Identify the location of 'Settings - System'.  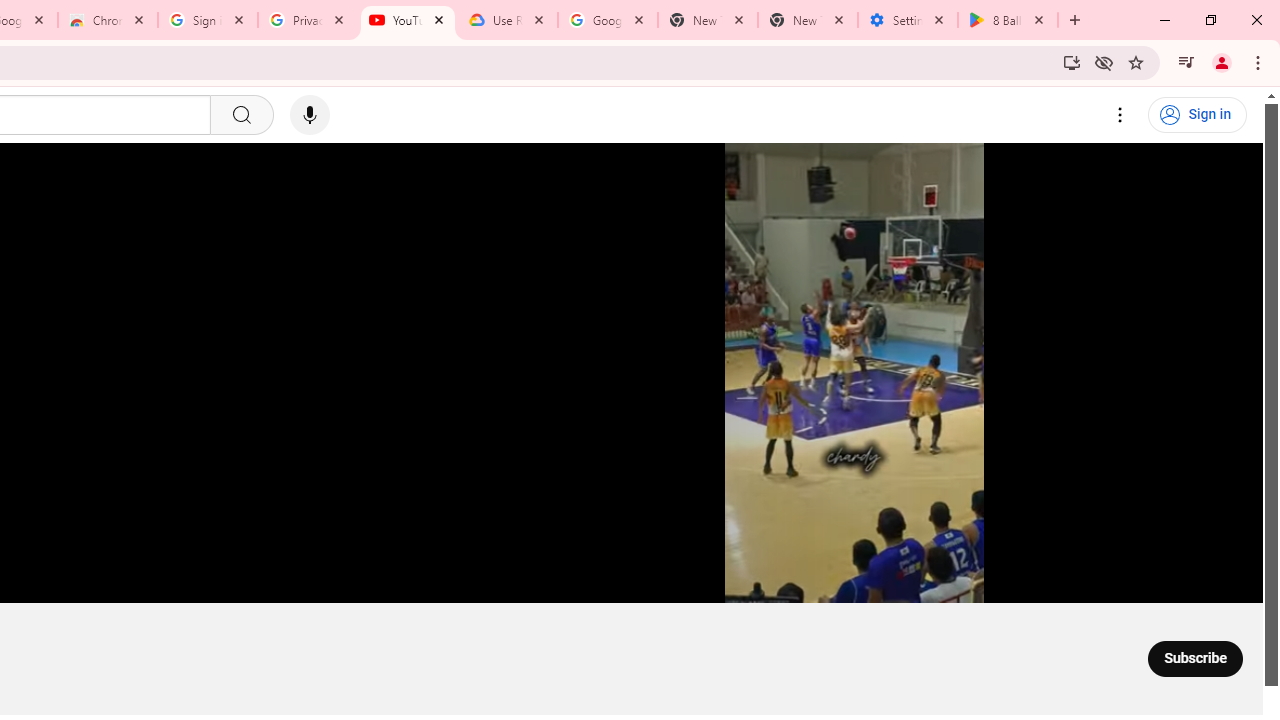
(906, 20).